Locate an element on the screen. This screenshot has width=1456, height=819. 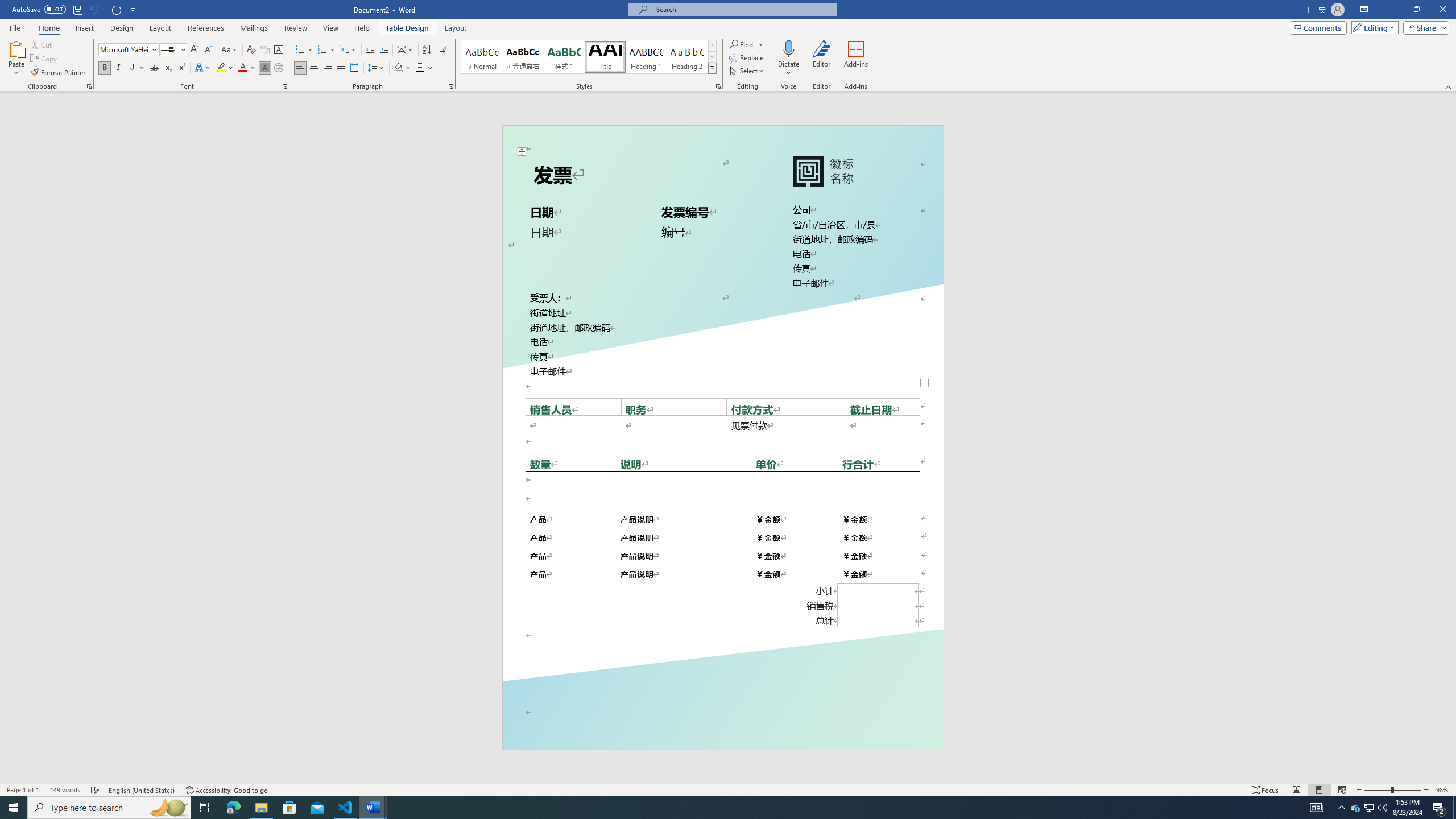
'Page 1 content' is located at coordinates (723, 425).